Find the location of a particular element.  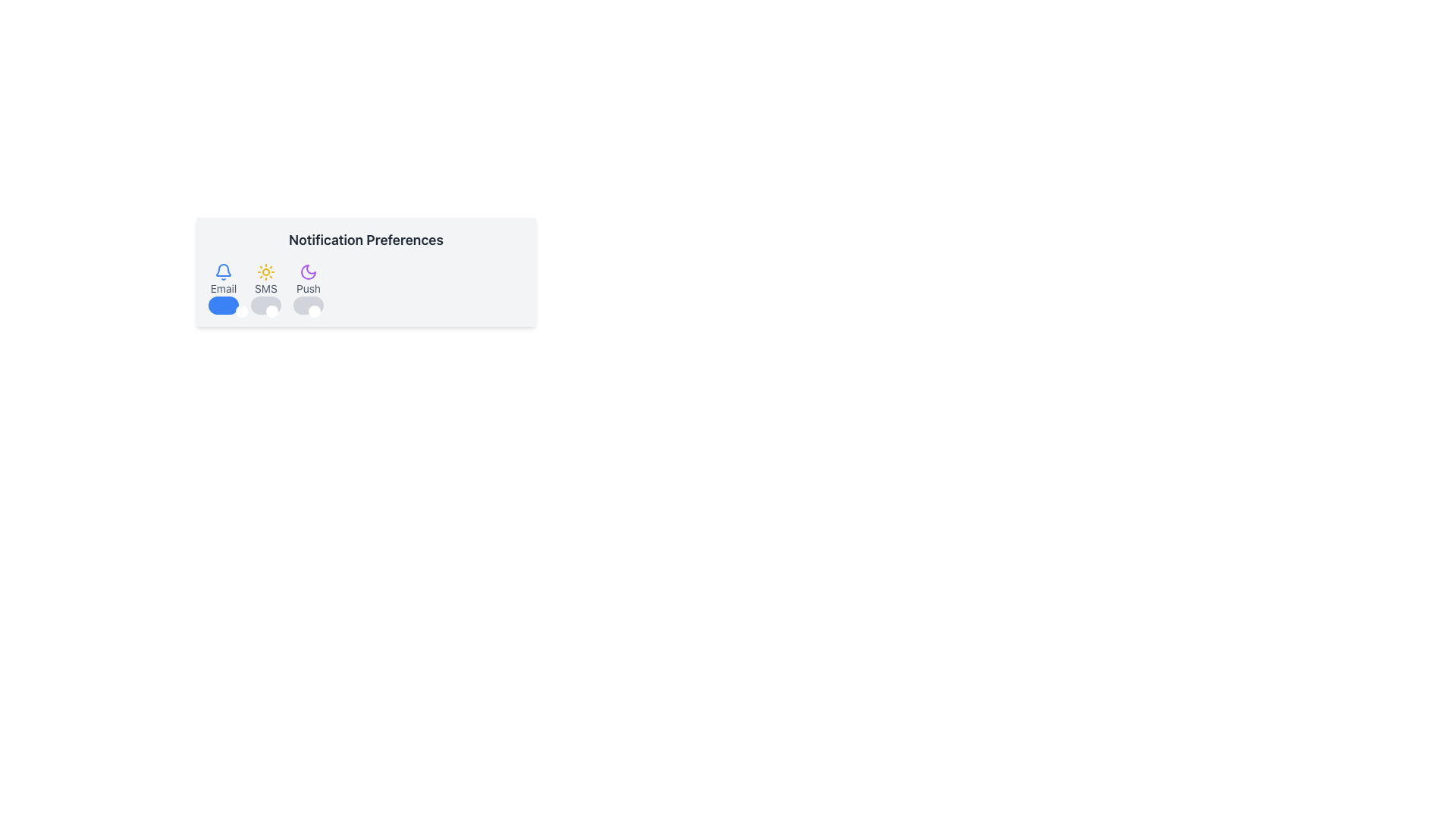

the Toggle switch for 'Push' notifications, which is represented by a purple crescent moon icon above the label and is the rightmost element in the 'Notification Preferences' section is located at coordinates (308, 289).